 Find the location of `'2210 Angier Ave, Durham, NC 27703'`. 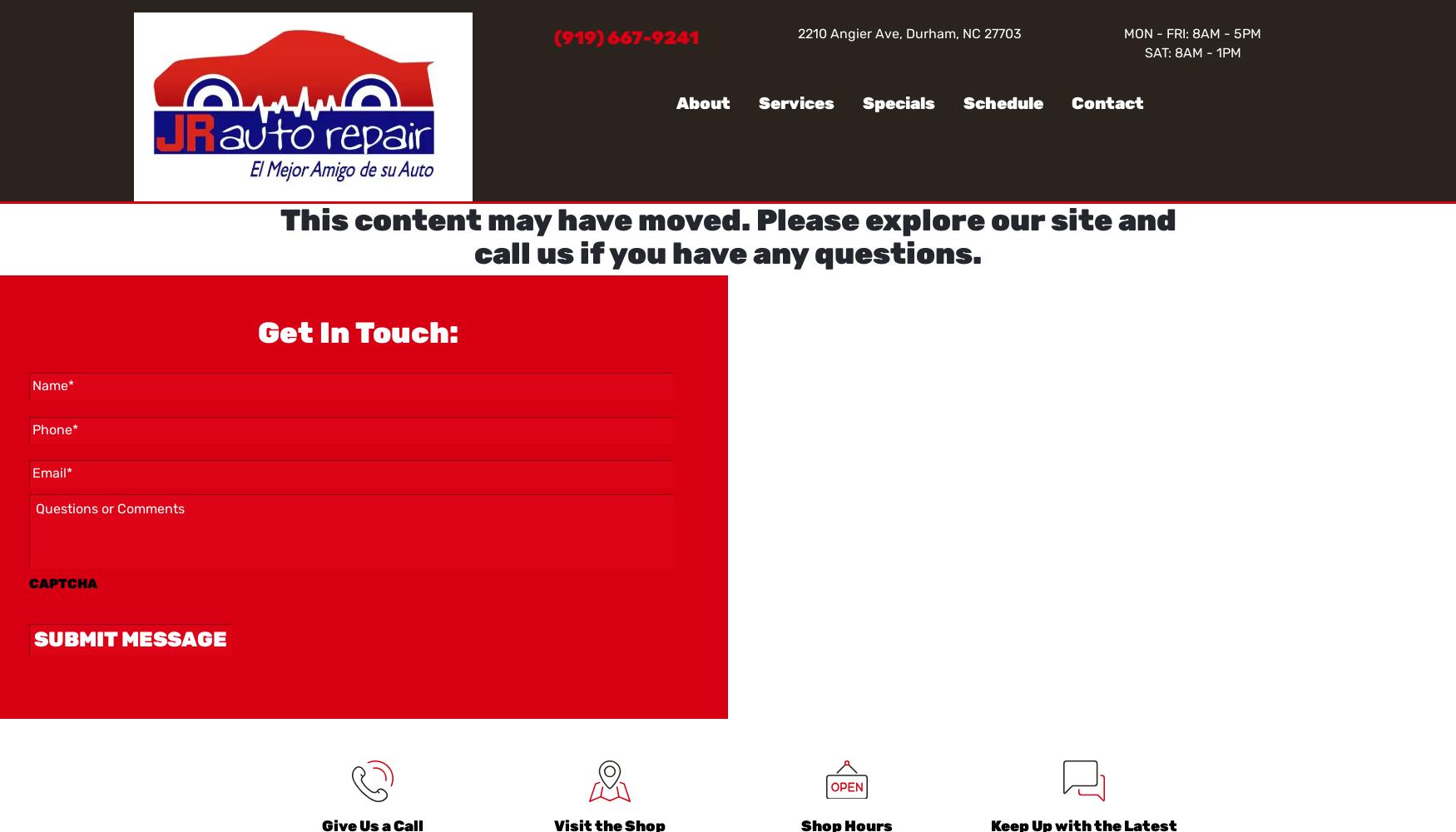

'2210 Angier Ave, Durham, NC 27703' is located at coordinates (909, 33).